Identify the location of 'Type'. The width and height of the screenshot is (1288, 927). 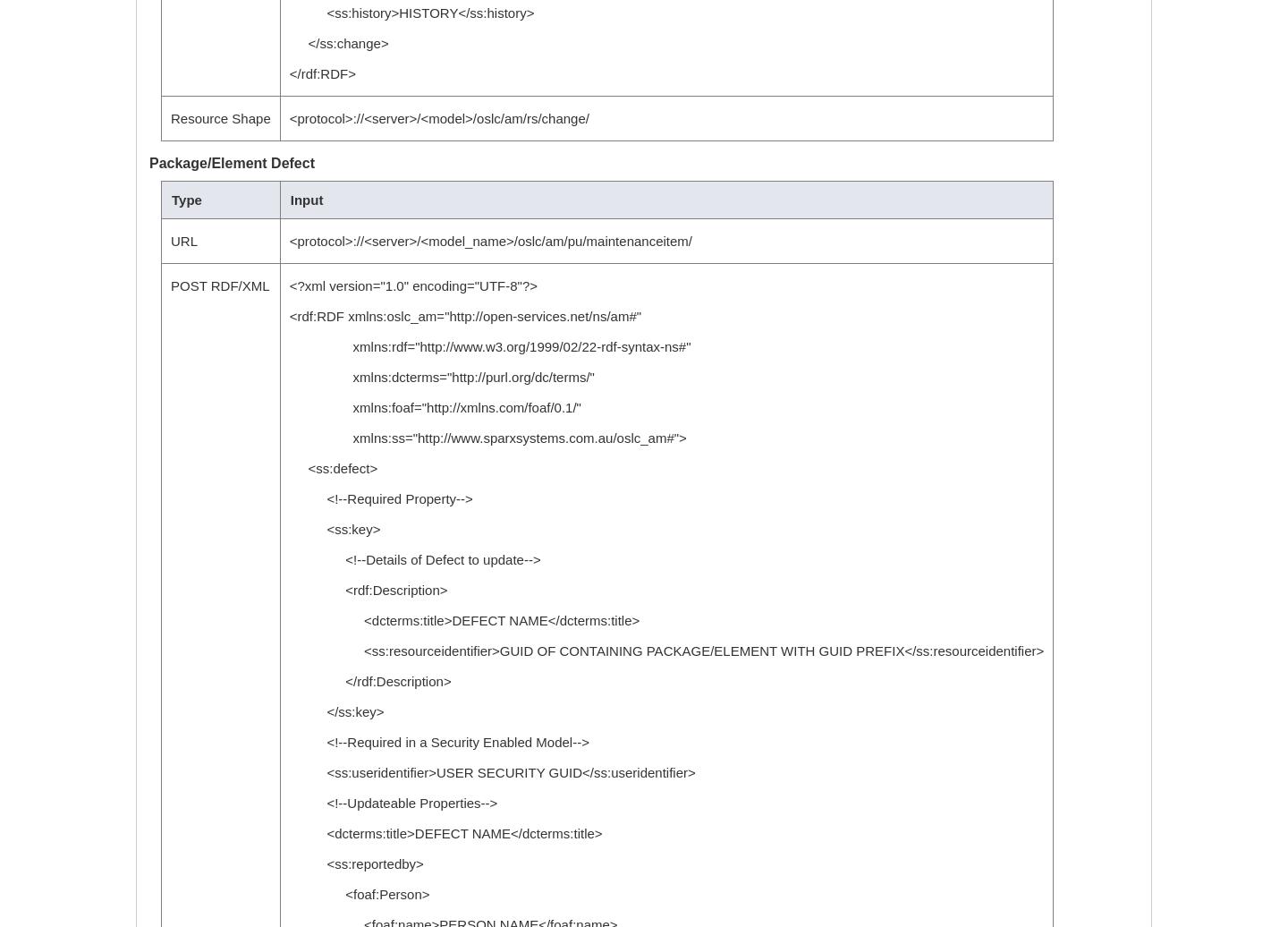
(171, 199).